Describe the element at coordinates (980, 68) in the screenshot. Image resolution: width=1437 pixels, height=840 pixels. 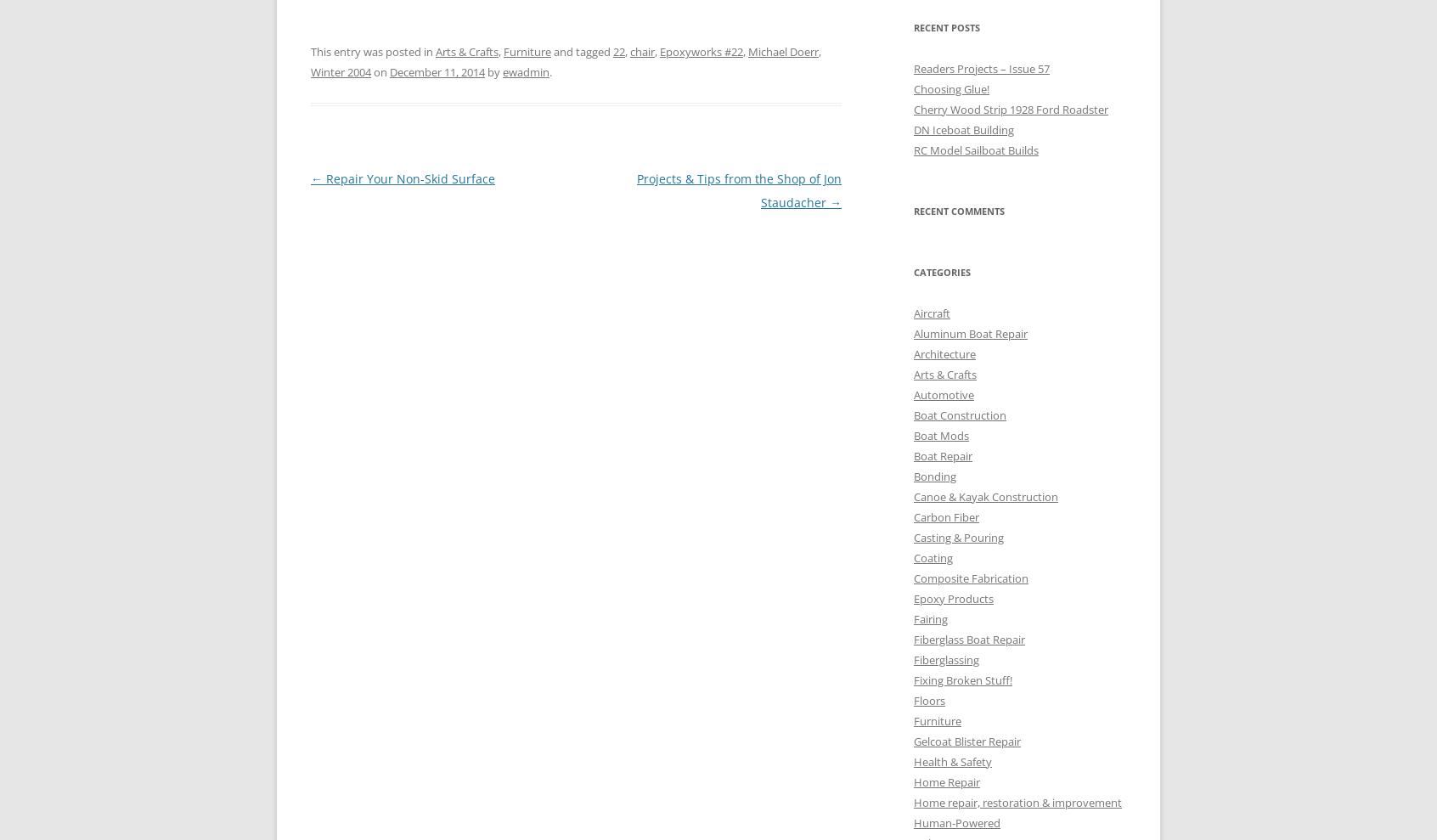
I see `'Readers Projects – Issue 57'` at that location.